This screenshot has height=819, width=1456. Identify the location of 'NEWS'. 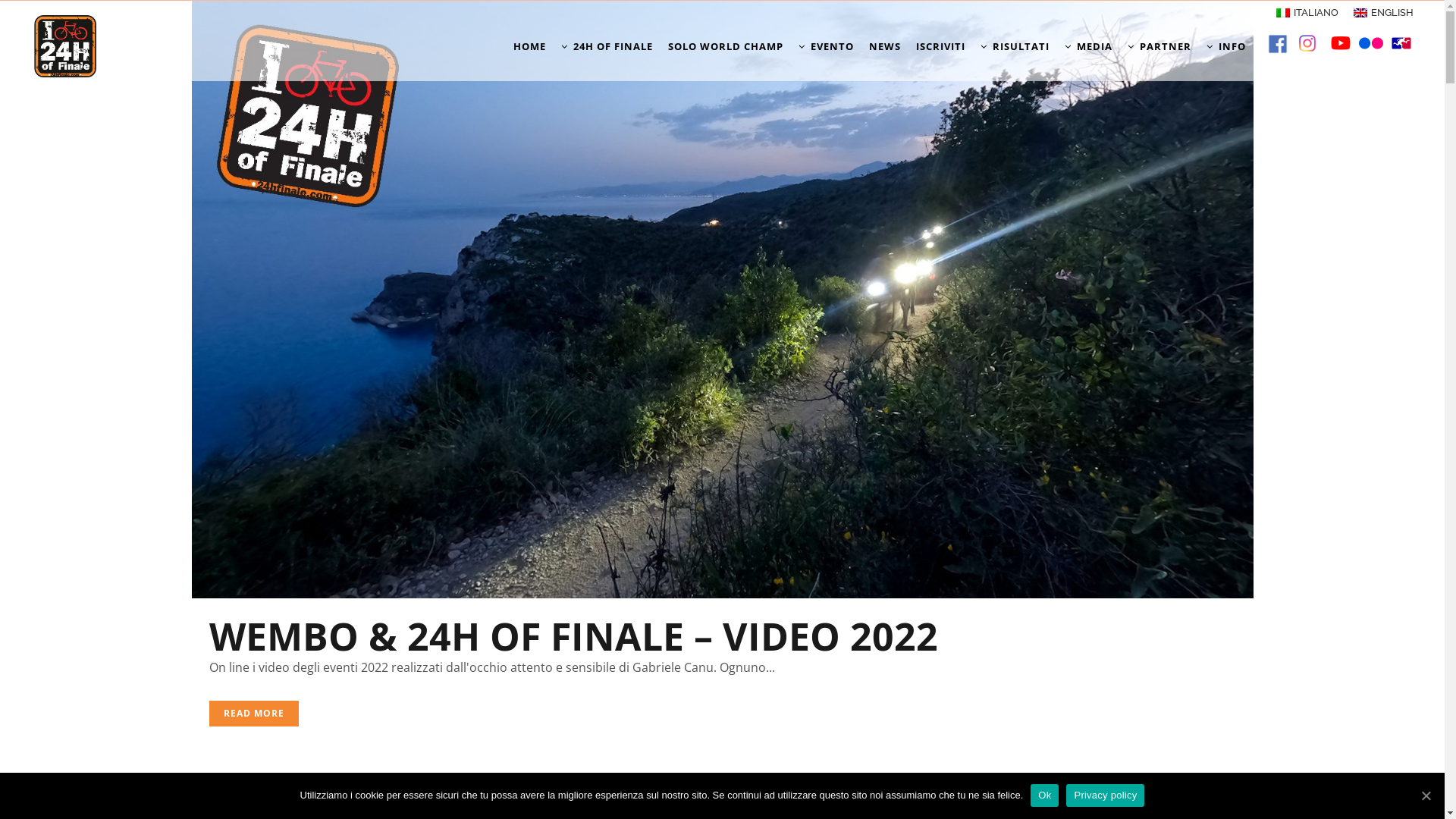
(884, 45).